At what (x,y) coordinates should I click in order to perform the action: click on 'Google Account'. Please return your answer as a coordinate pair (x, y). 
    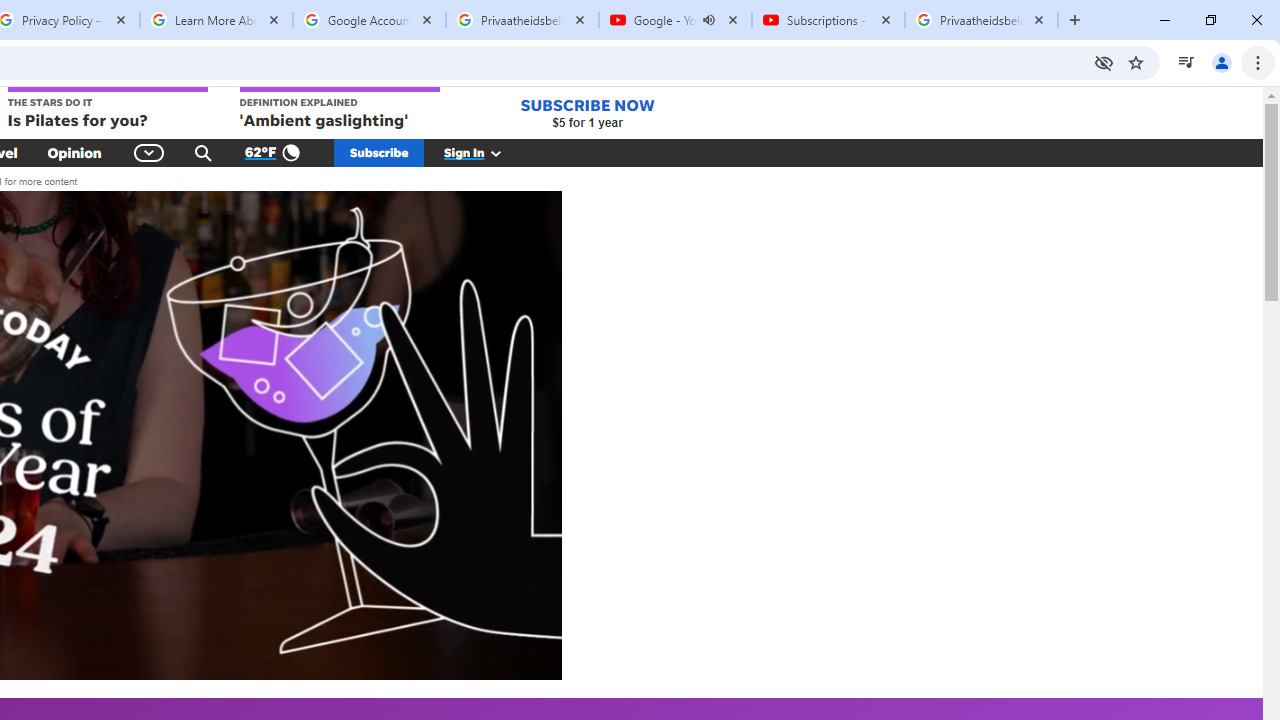
    Looking at the image, I should click on (369, 20).